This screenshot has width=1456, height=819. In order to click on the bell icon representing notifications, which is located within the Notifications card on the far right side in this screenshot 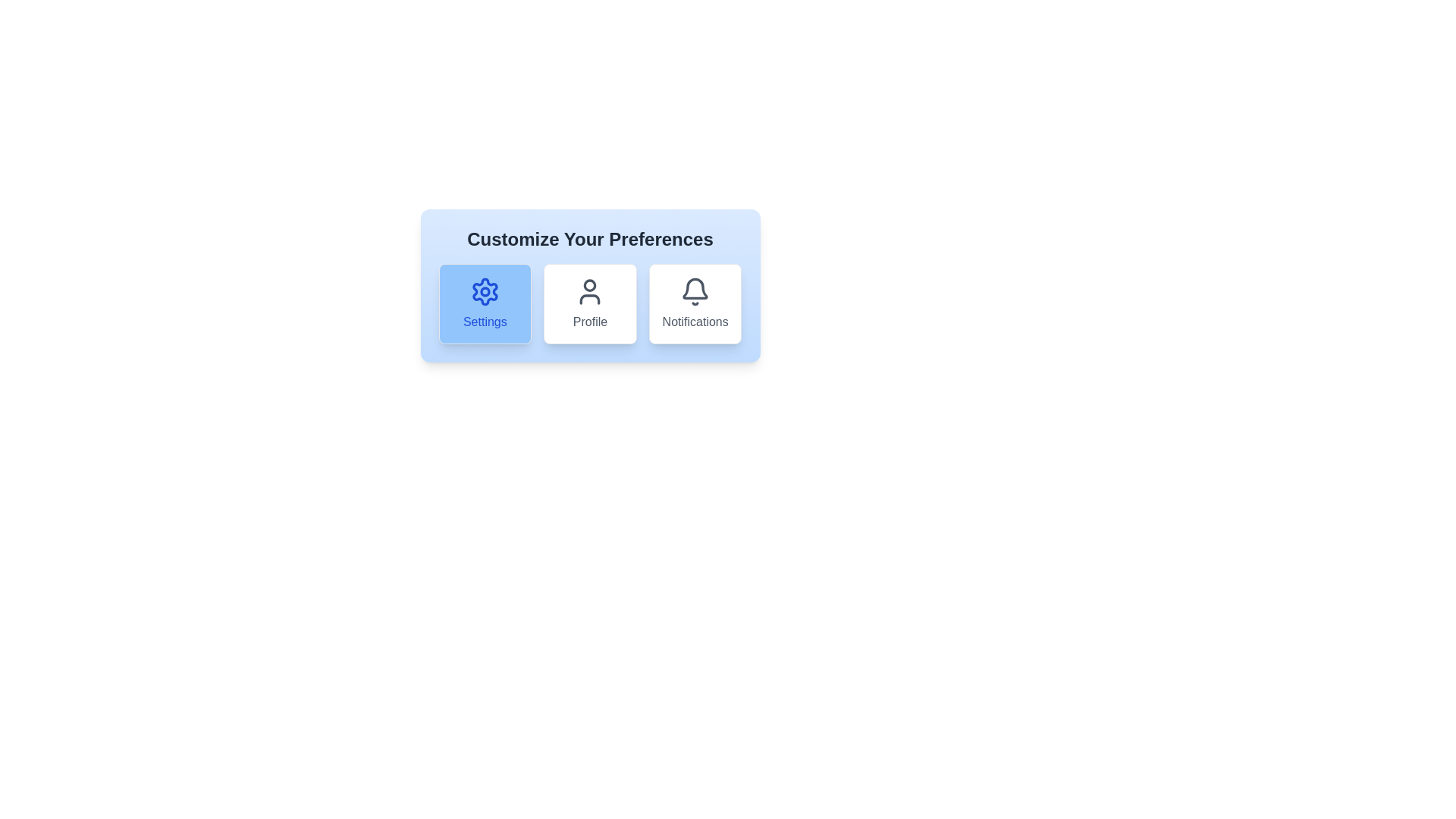, I will do `click(695, 288)`.